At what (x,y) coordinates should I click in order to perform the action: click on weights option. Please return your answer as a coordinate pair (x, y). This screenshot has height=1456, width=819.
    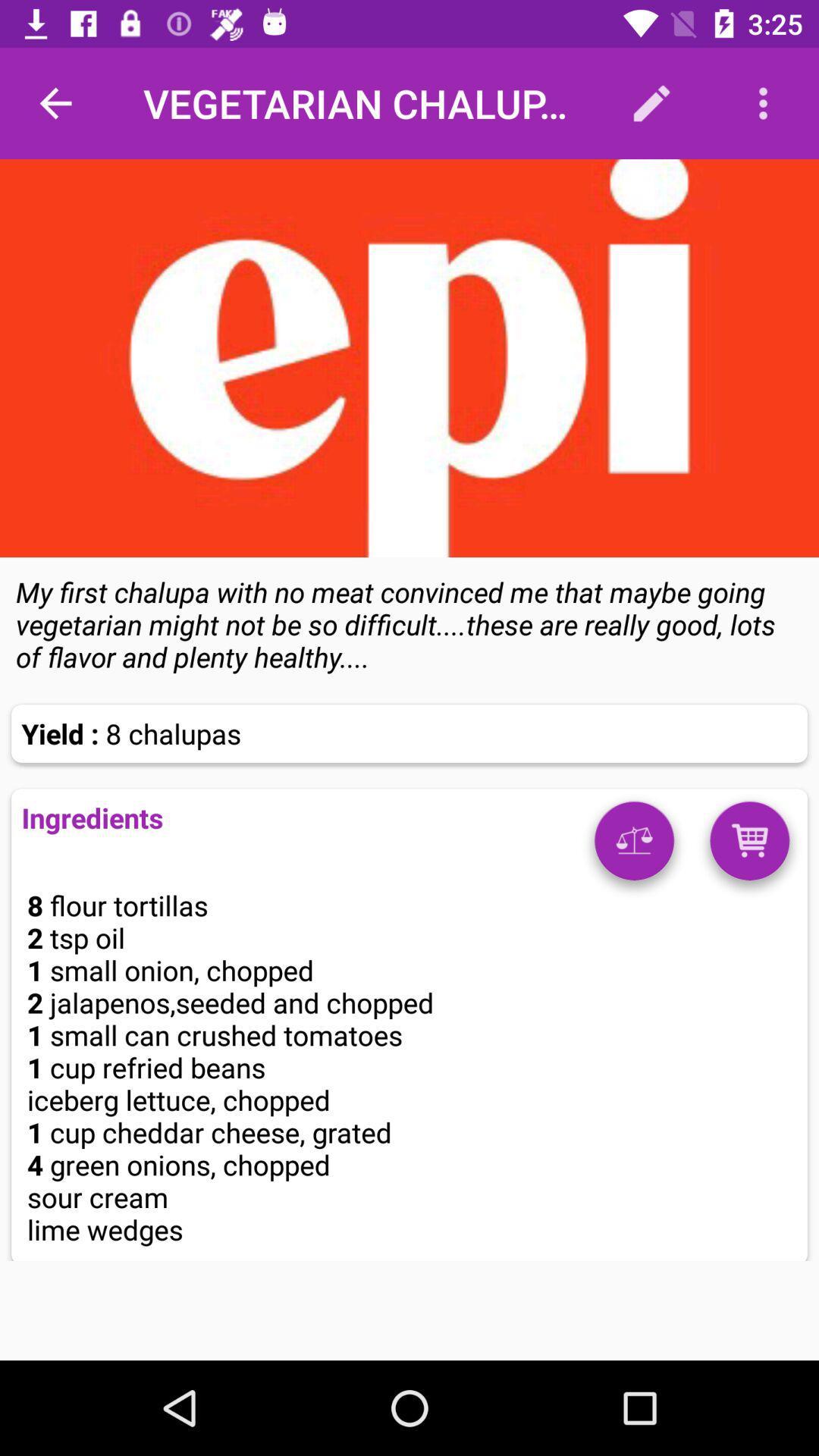
    Looking at the image, I should click on (634, 846).